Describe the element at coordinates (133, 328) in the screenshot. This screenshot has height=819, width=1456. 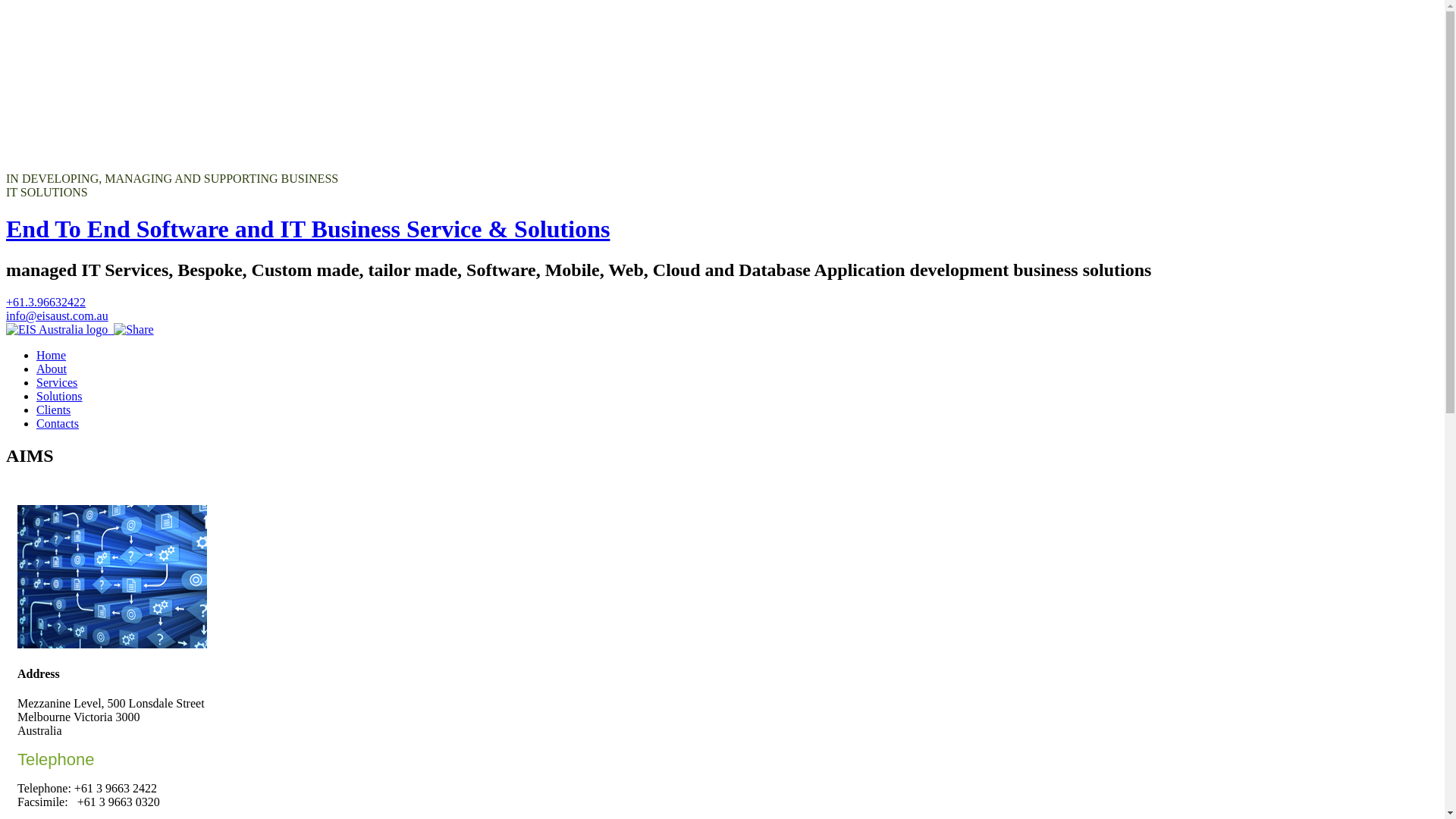
I see `'Share this site via email'` at that location.